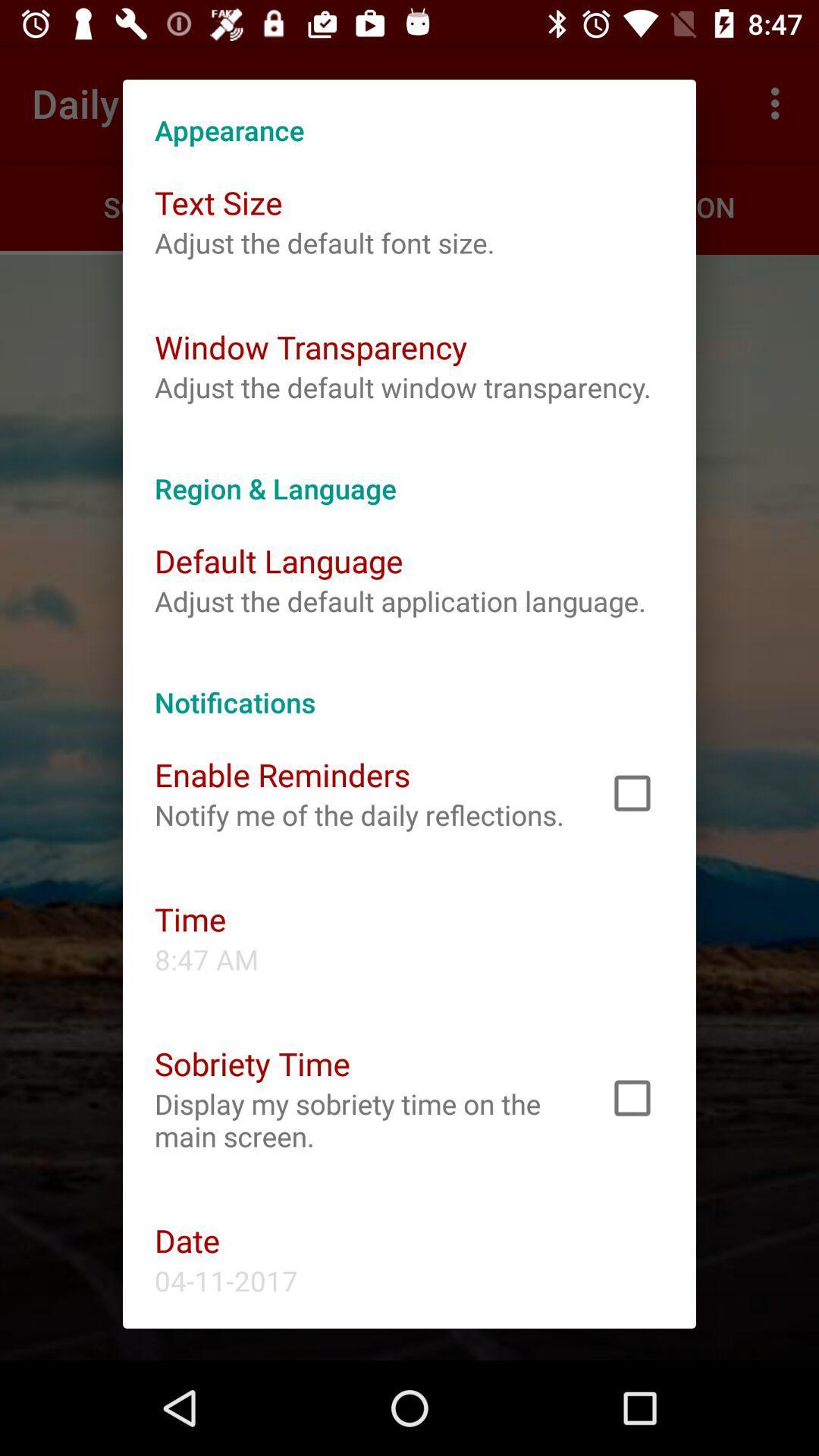  I want to click on app at the bottom, so click(362, 1120).